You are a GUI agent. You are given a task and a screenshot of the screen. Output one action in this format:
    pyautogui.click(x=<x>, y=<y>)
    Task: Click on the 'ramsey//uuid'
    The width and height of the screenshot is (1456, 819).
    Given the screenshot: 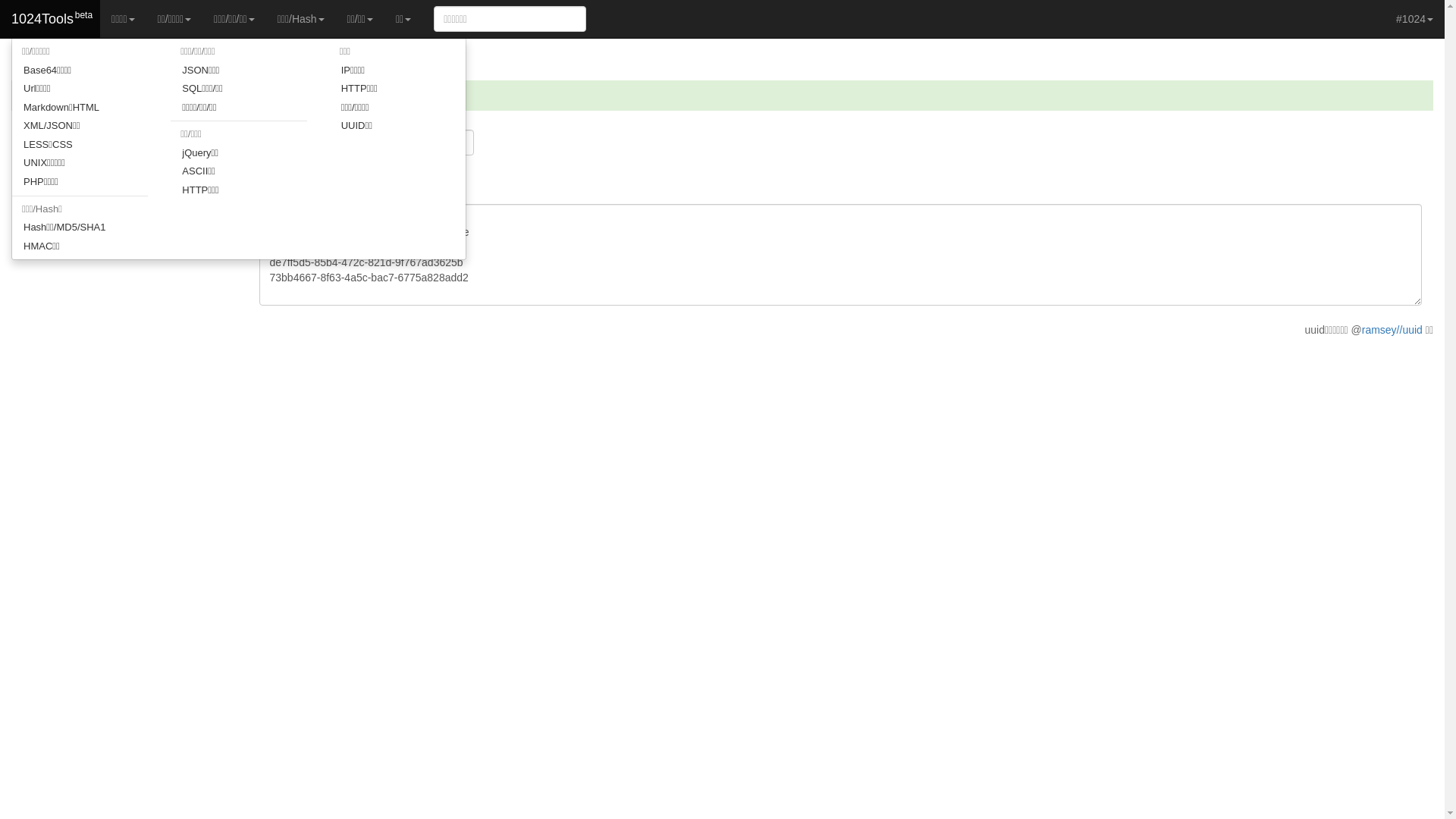 What is the action you would take?
    pyautogui.click(x=1392, y=329)
    